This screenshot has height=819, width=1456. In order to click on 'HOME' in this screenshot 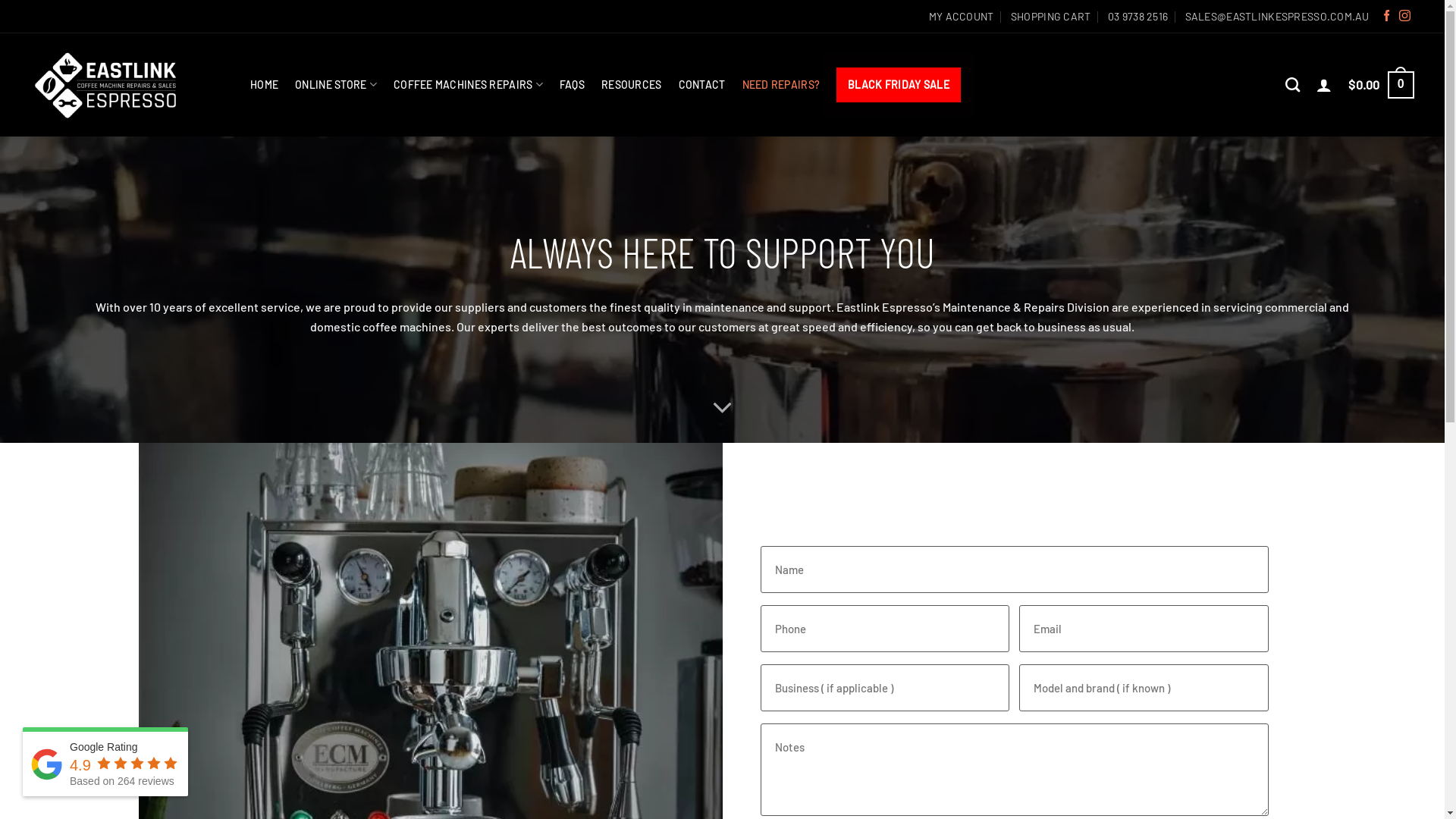, I will do `click(250, 84)`.